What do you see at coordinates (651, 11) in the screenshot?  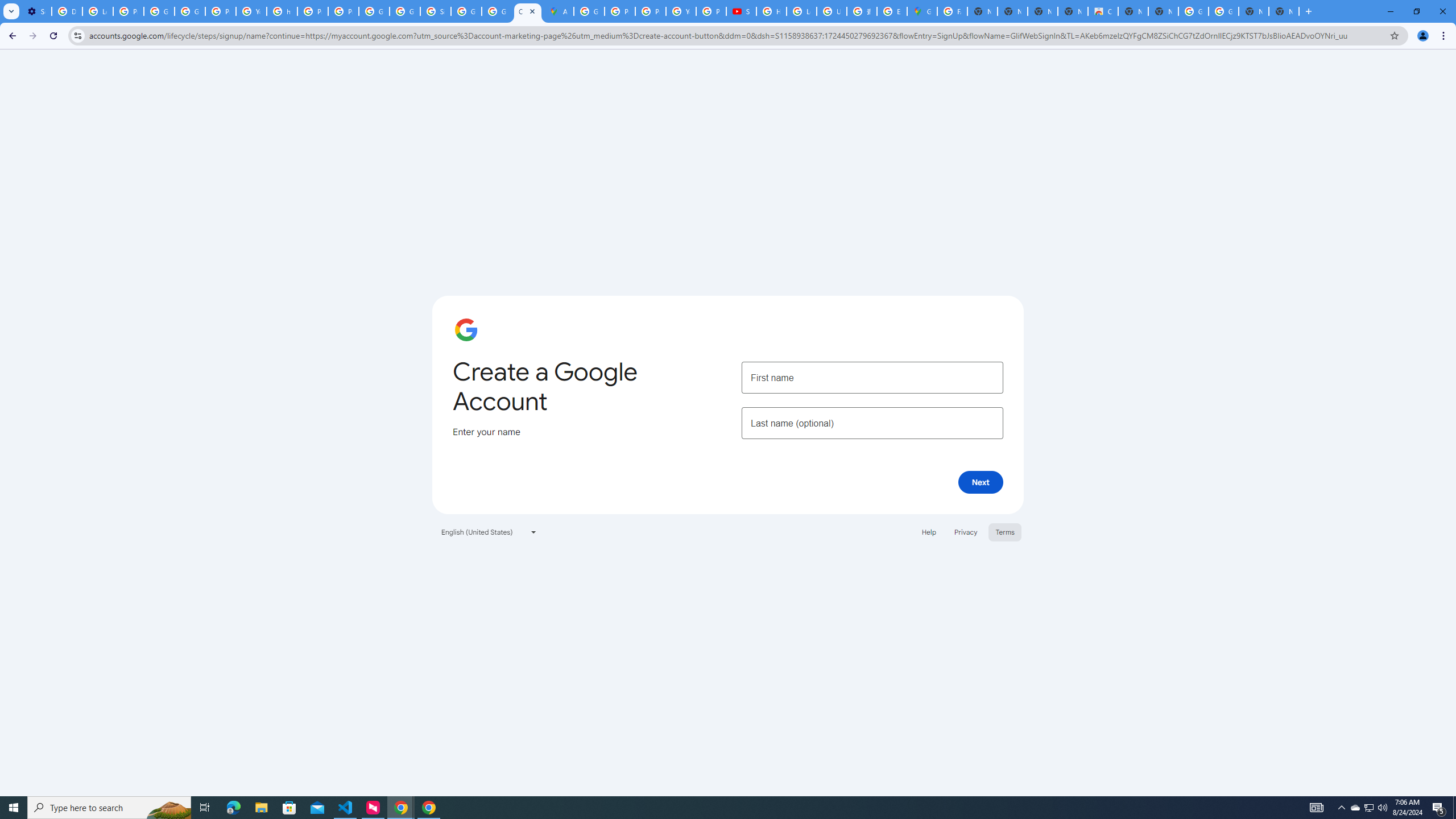 I see `'Privacy Help Center - Policies Help'` at bounding box center [651, 11].